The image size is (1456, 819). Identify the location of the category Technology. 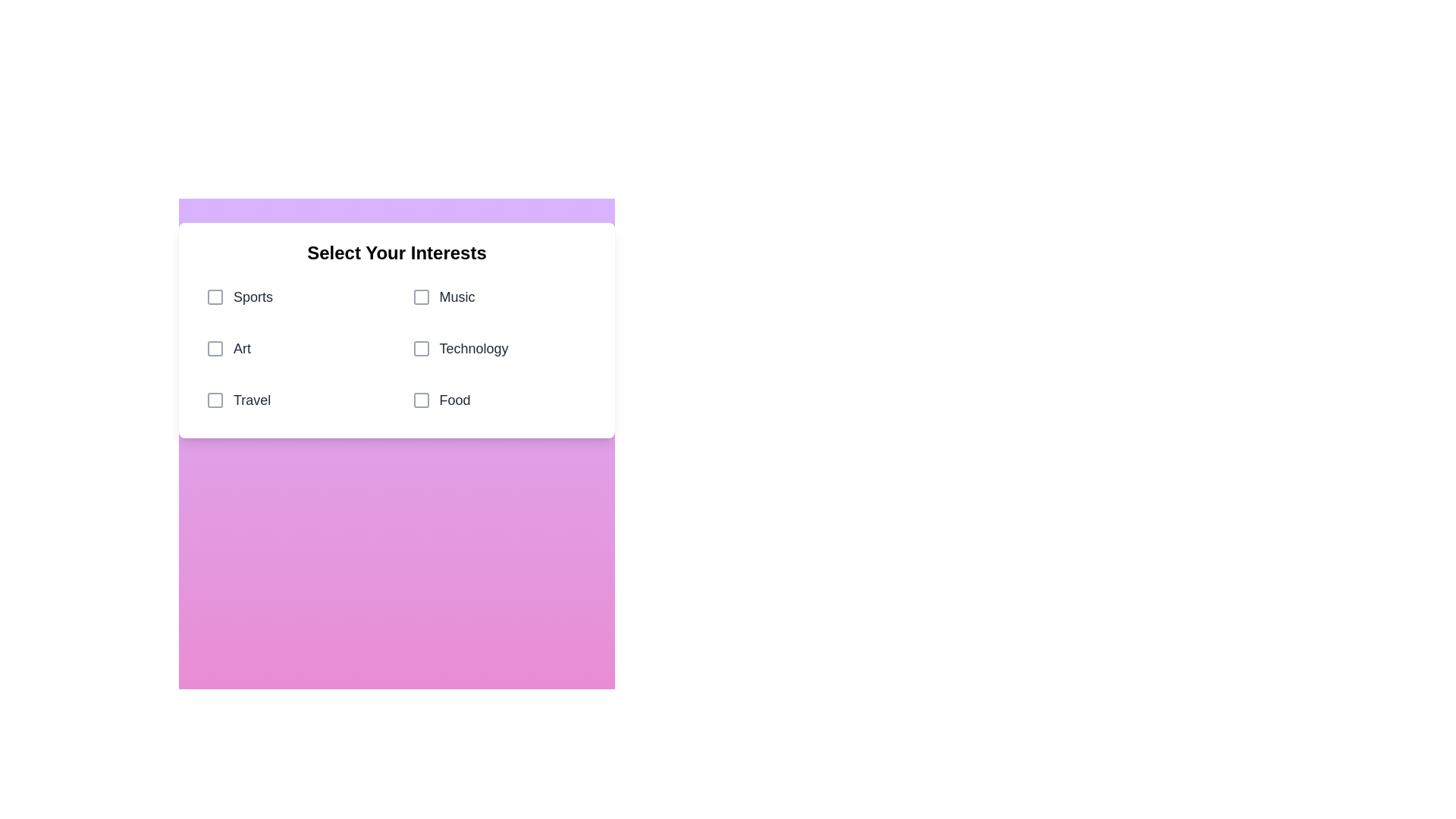
(500, 348).